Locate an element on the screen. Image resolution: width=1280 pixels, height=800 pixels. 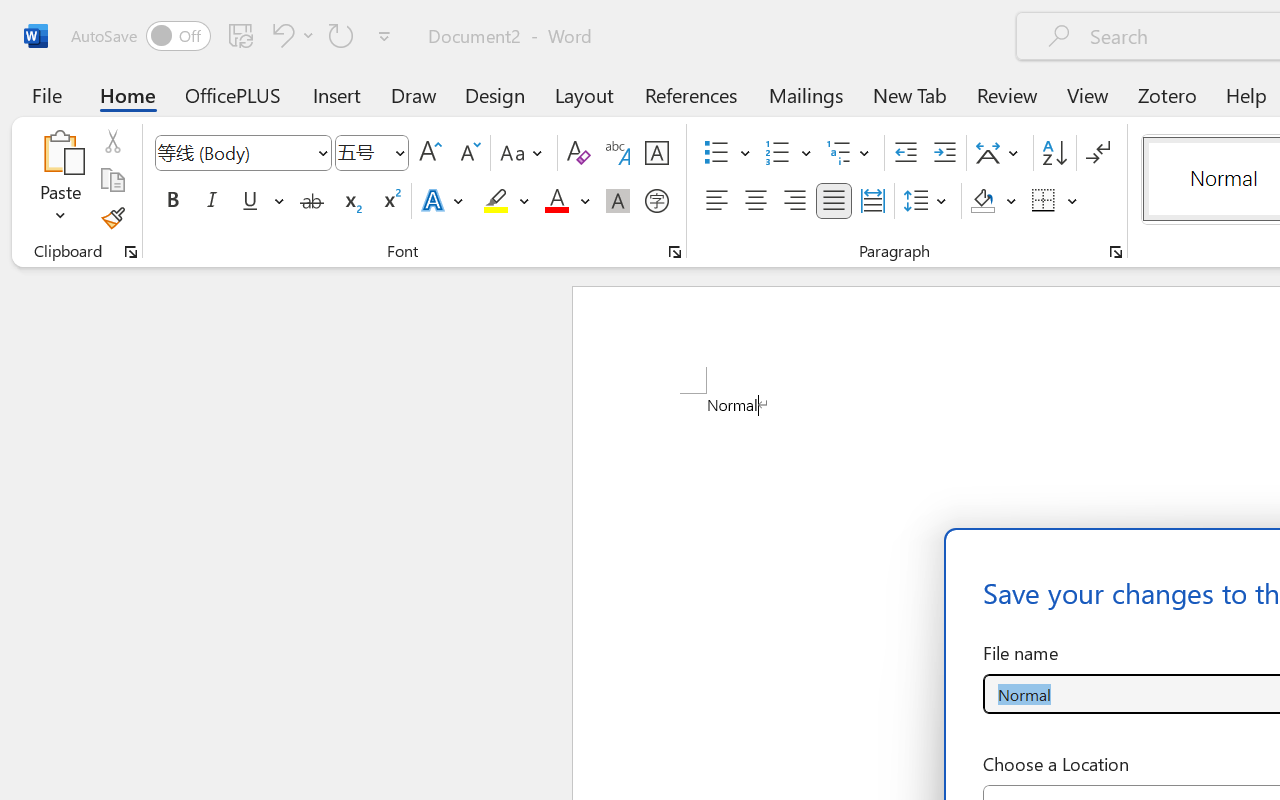
'Copy' is located at coordinates (111, 179).